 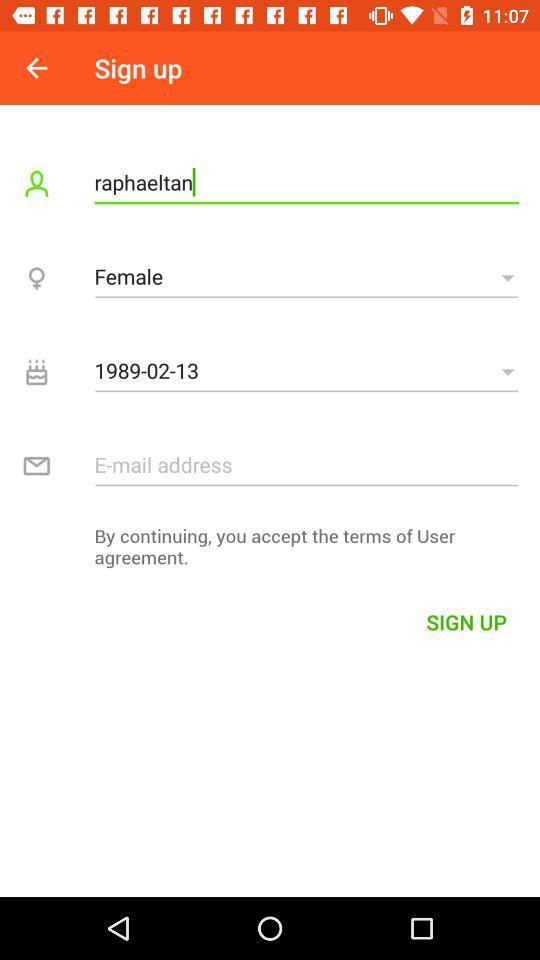 What do you see at coordinates (36, 68) in the screenshot?
I see `the icon next to the sign up icon` at bounding box center [36, 68].